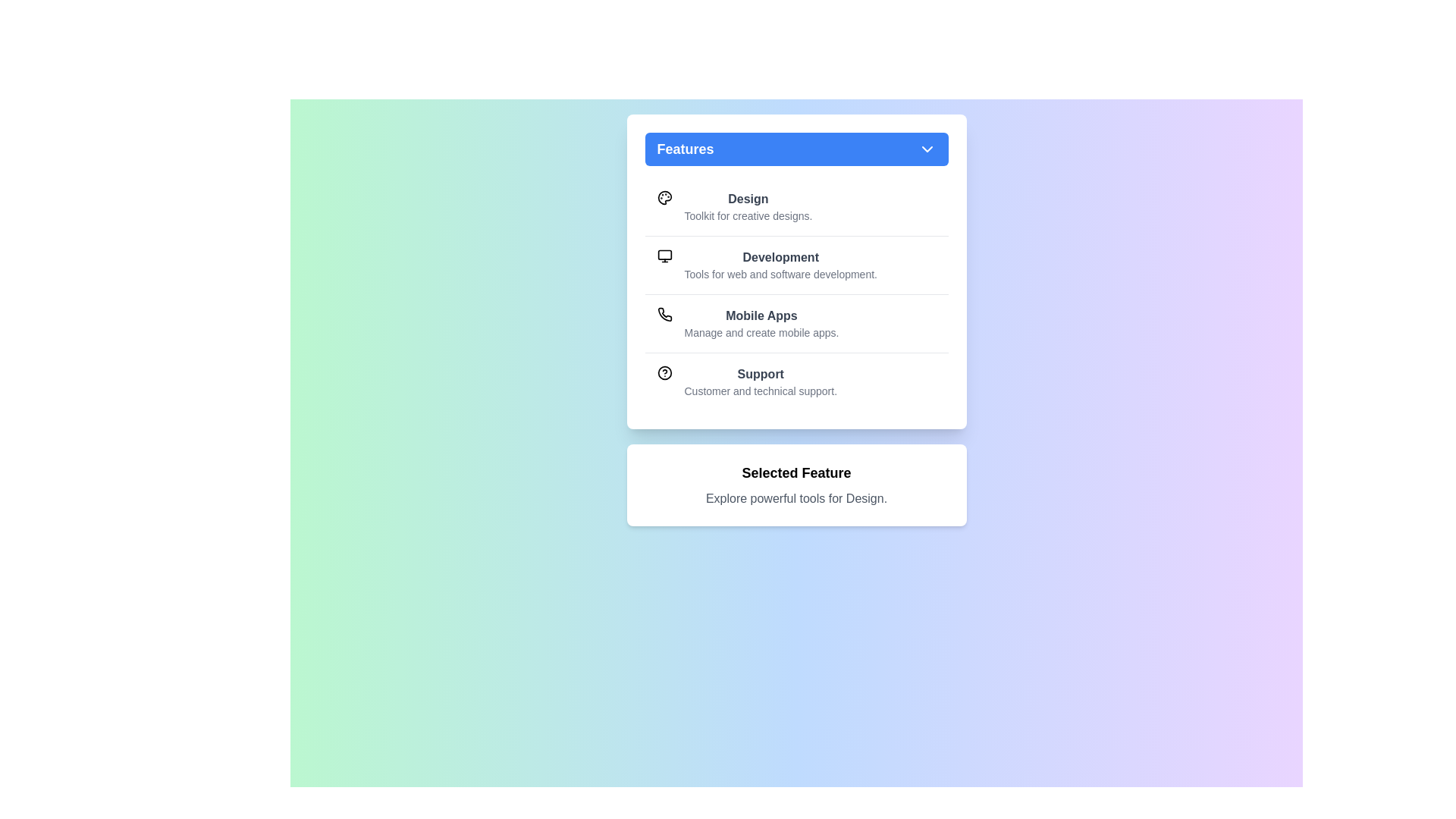  Describe the element at coordinates (664, 256) in the screenshot. I see `the icon for the feature Development` at that location.